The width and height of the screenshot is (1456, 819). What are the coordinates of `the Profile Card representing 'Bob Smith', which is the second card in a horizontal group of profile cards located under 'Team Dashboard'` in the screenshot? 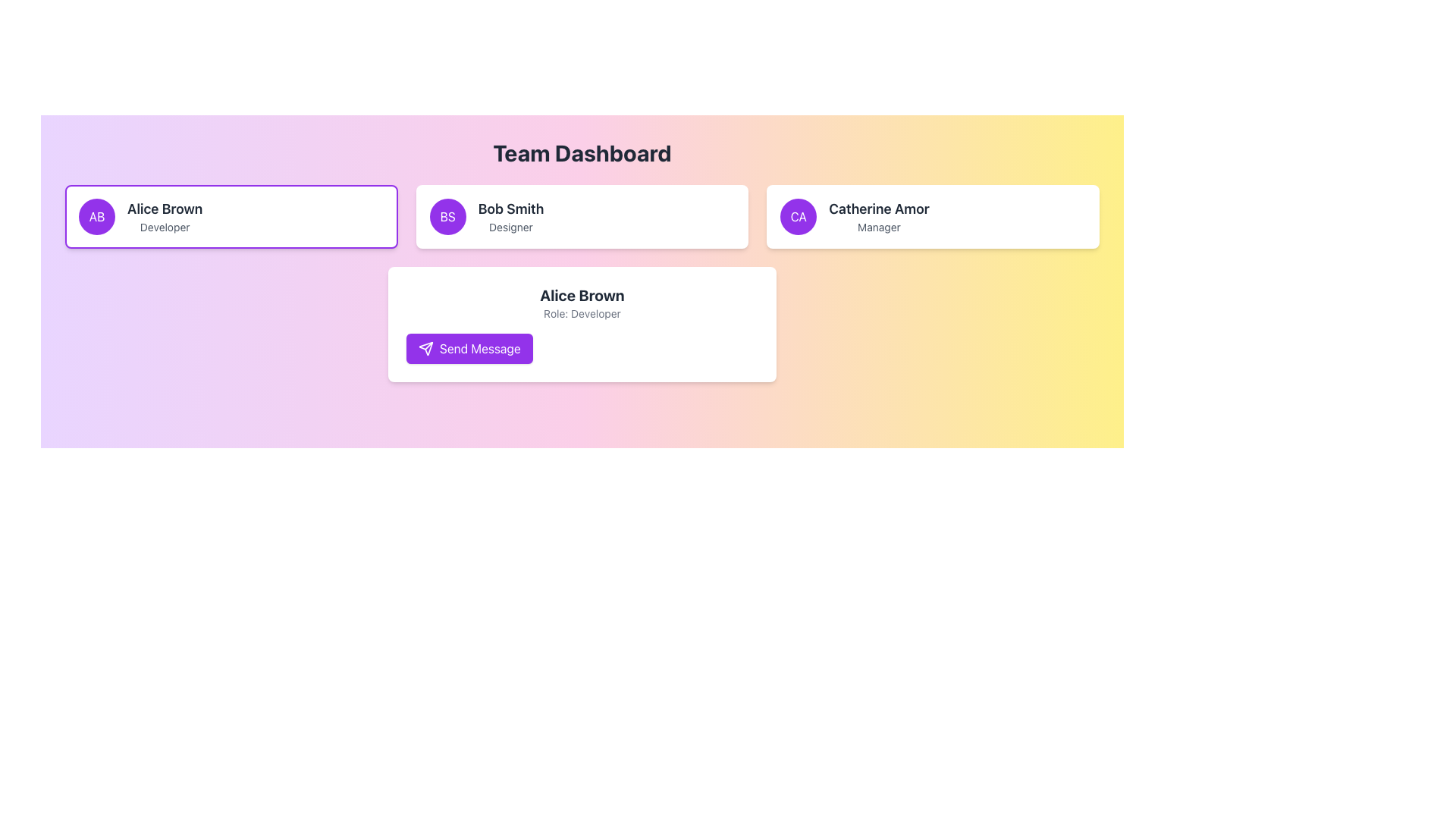 It's located at (582, 216).